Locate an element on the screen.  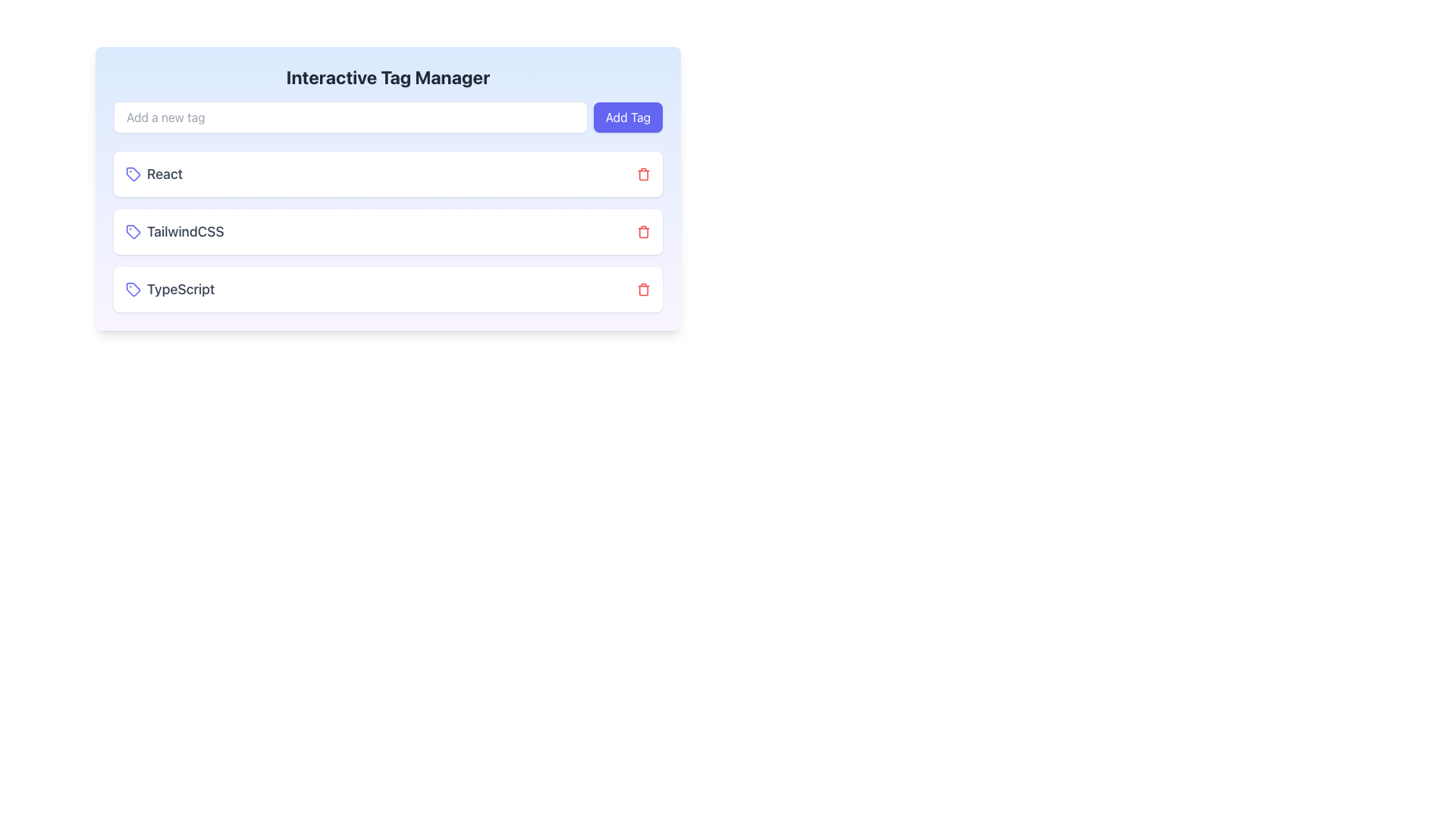
the Decorative SVG element next to the text 'React' in the tag manager interface is located at coordinates (133, 174).